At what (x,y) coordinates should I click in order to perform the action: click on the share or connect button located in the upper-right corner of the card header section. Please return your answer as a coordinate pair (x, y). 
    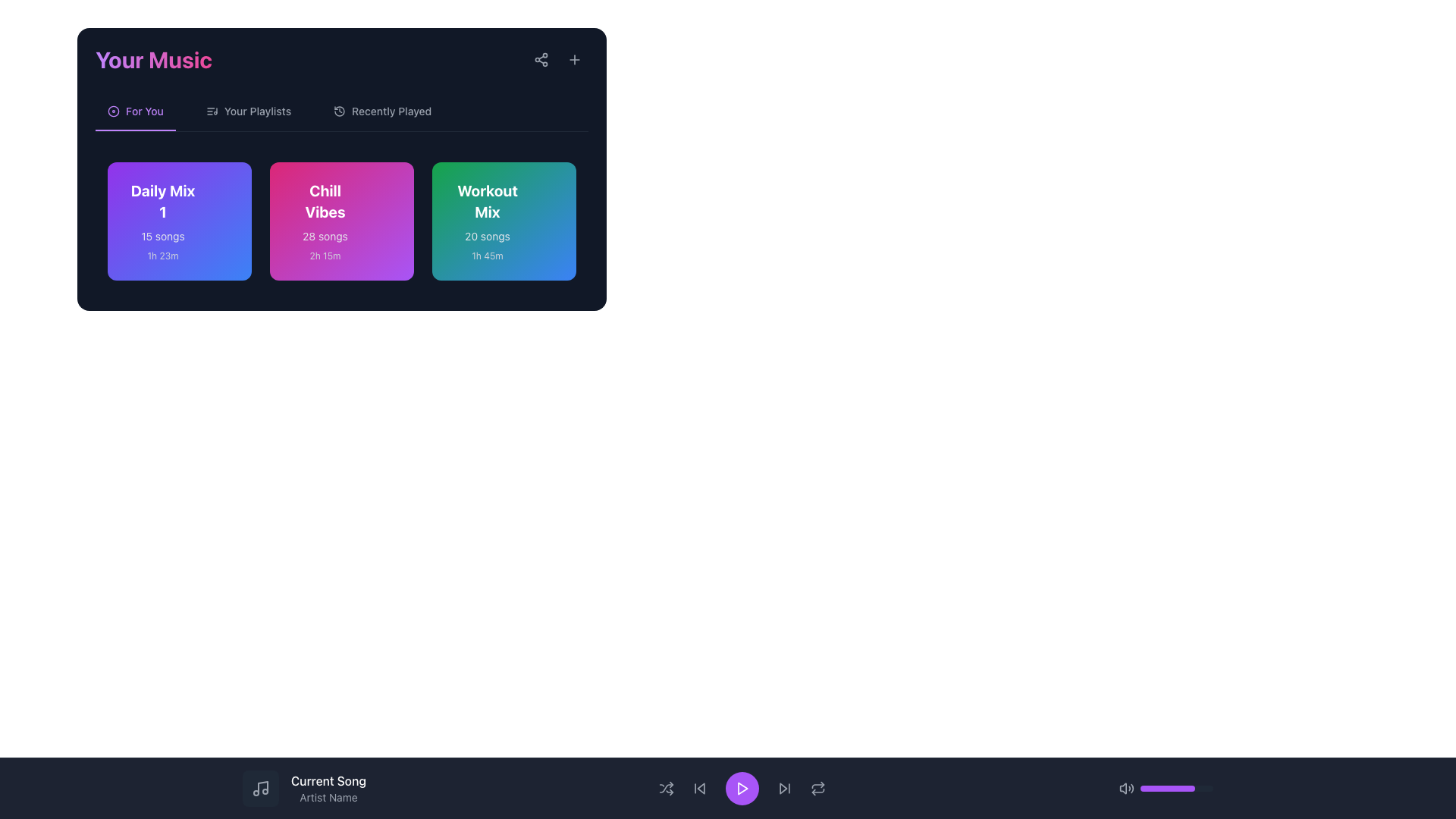
    Looking at the image, I should click on (541, 58).